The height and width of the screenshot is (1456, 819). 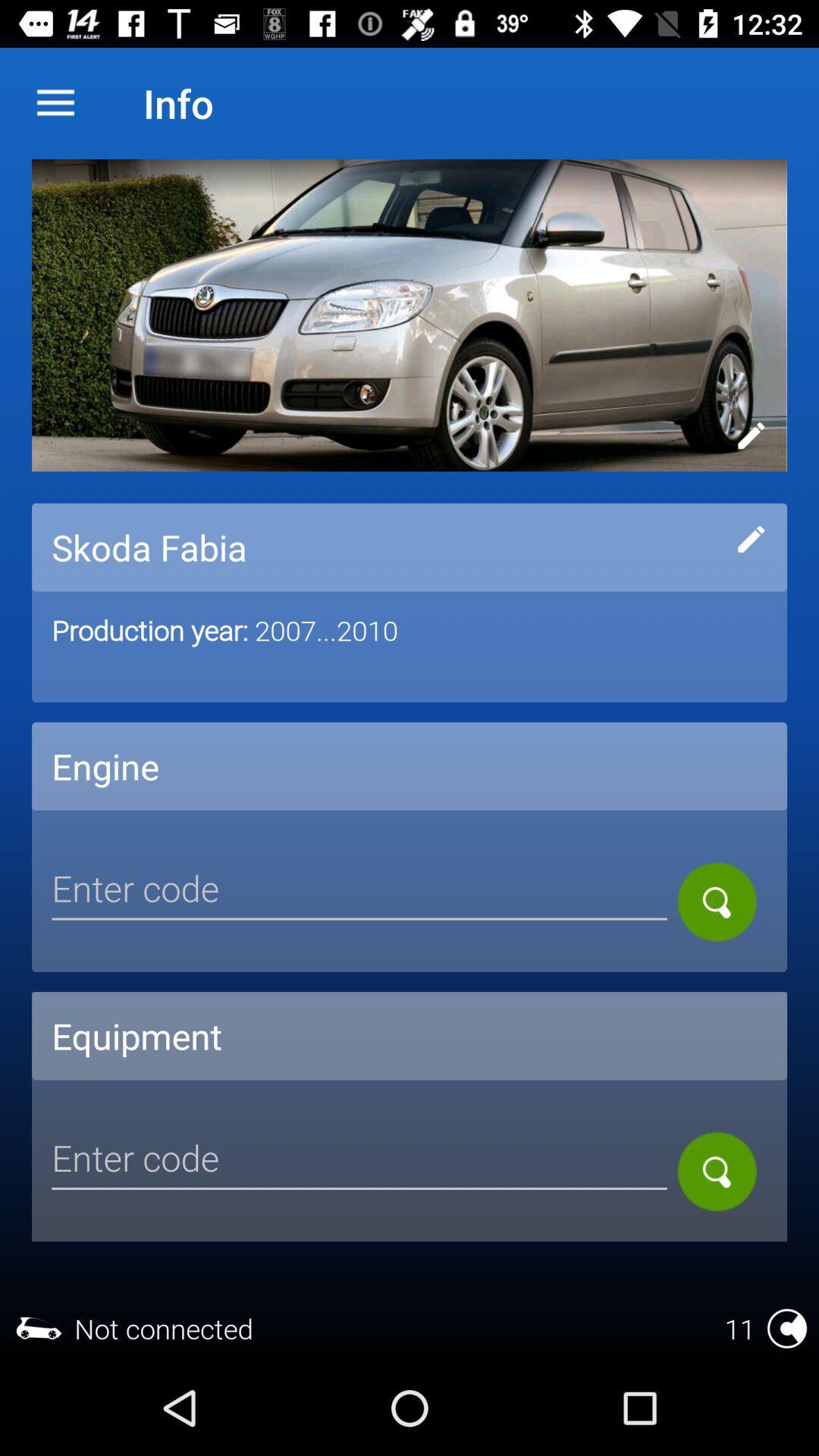 I want to click on search in the option, so click(x=717, y=902).